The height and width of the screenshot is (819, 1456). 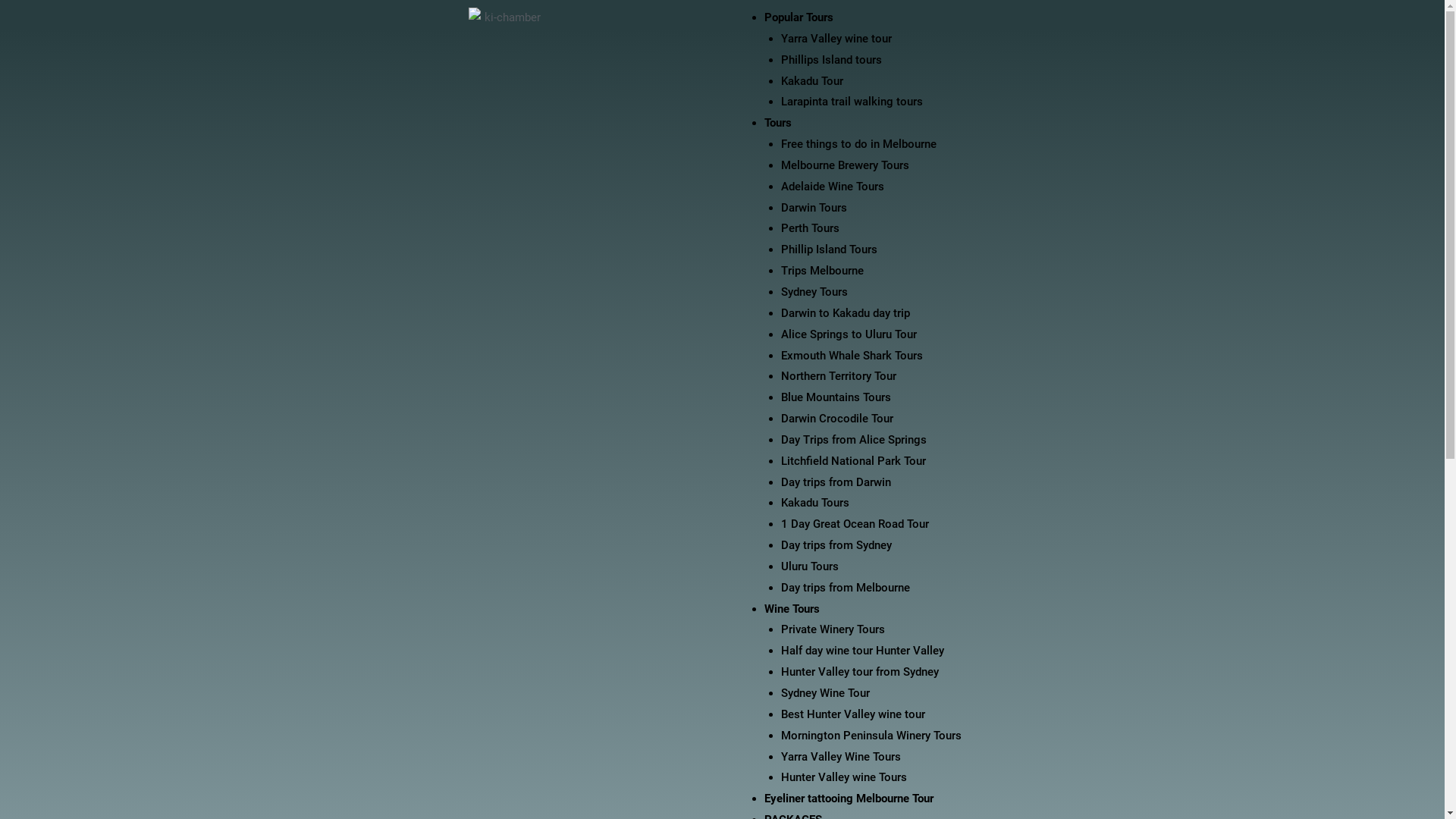 What do you see at coordinates (835, 482) in the screenshot?
I see `'Day trips from Darwin'` at bounding box center [835, 482].